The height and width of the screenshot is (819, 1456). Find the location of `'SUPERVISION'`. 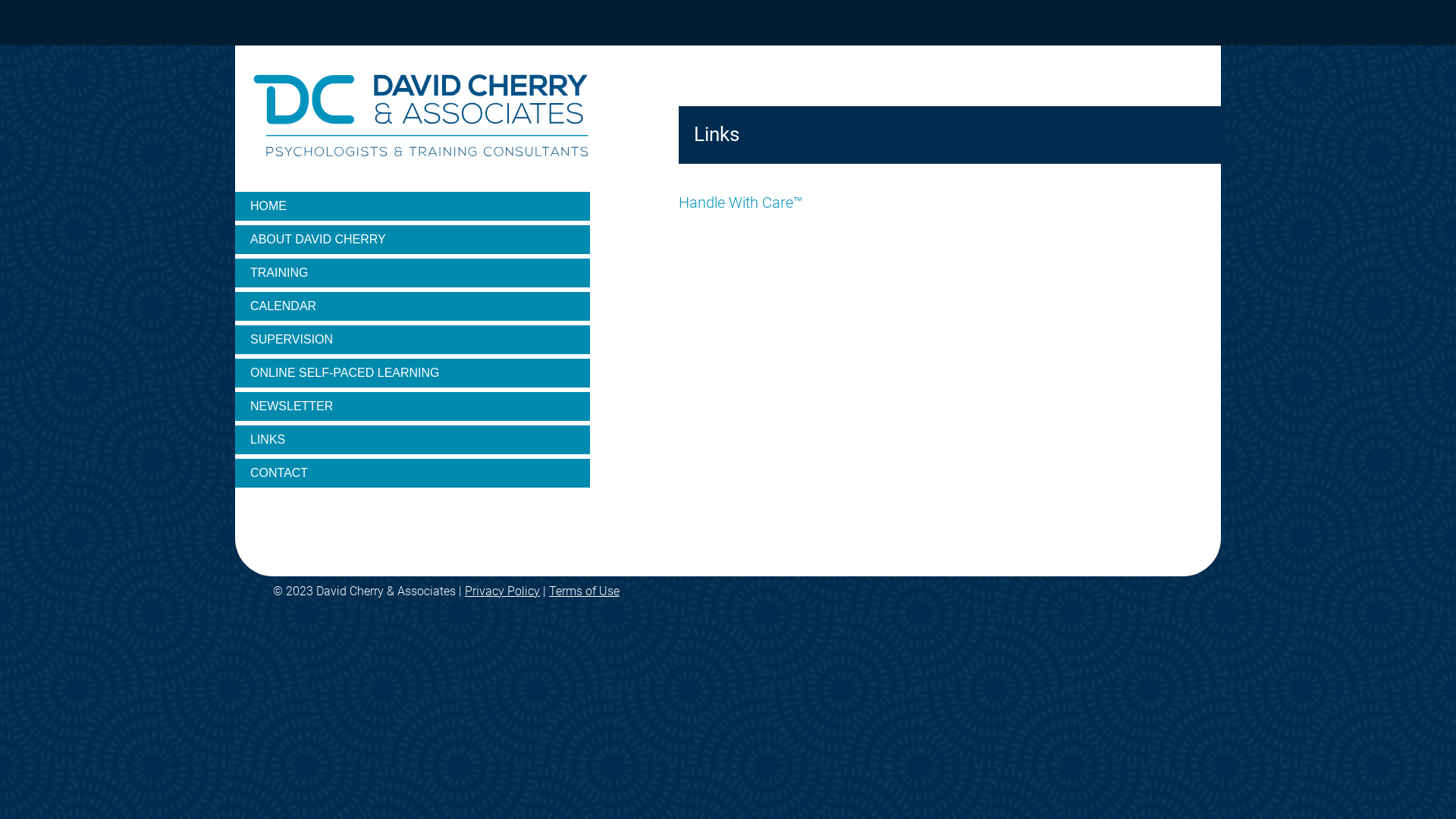

'SUPERVISION' is located at coordinates (412, 341).